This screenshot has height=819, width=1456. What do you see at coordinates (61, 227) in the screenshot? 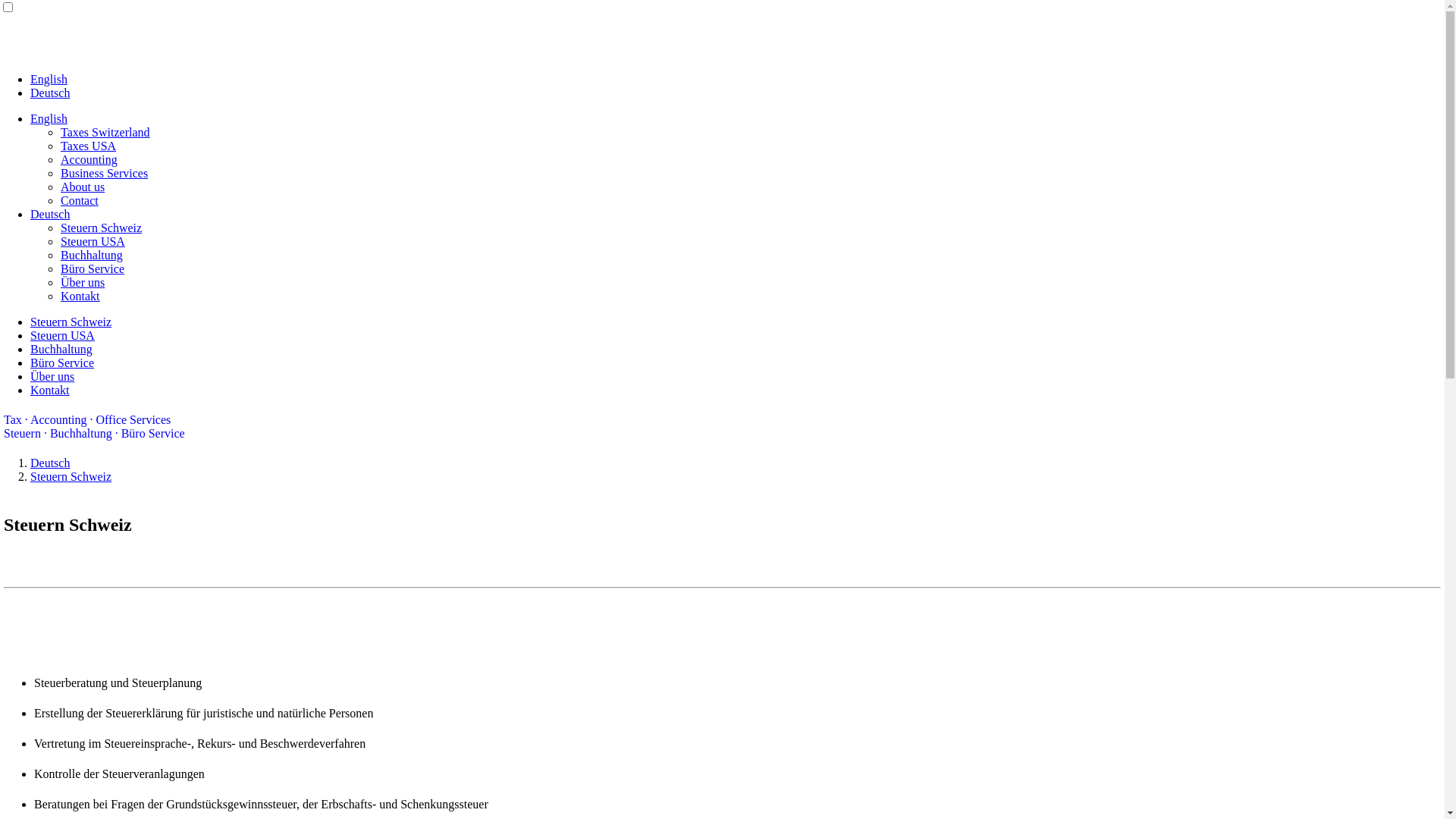
I see `'Steuern Schweiz'` at bounding box center [61, 227].